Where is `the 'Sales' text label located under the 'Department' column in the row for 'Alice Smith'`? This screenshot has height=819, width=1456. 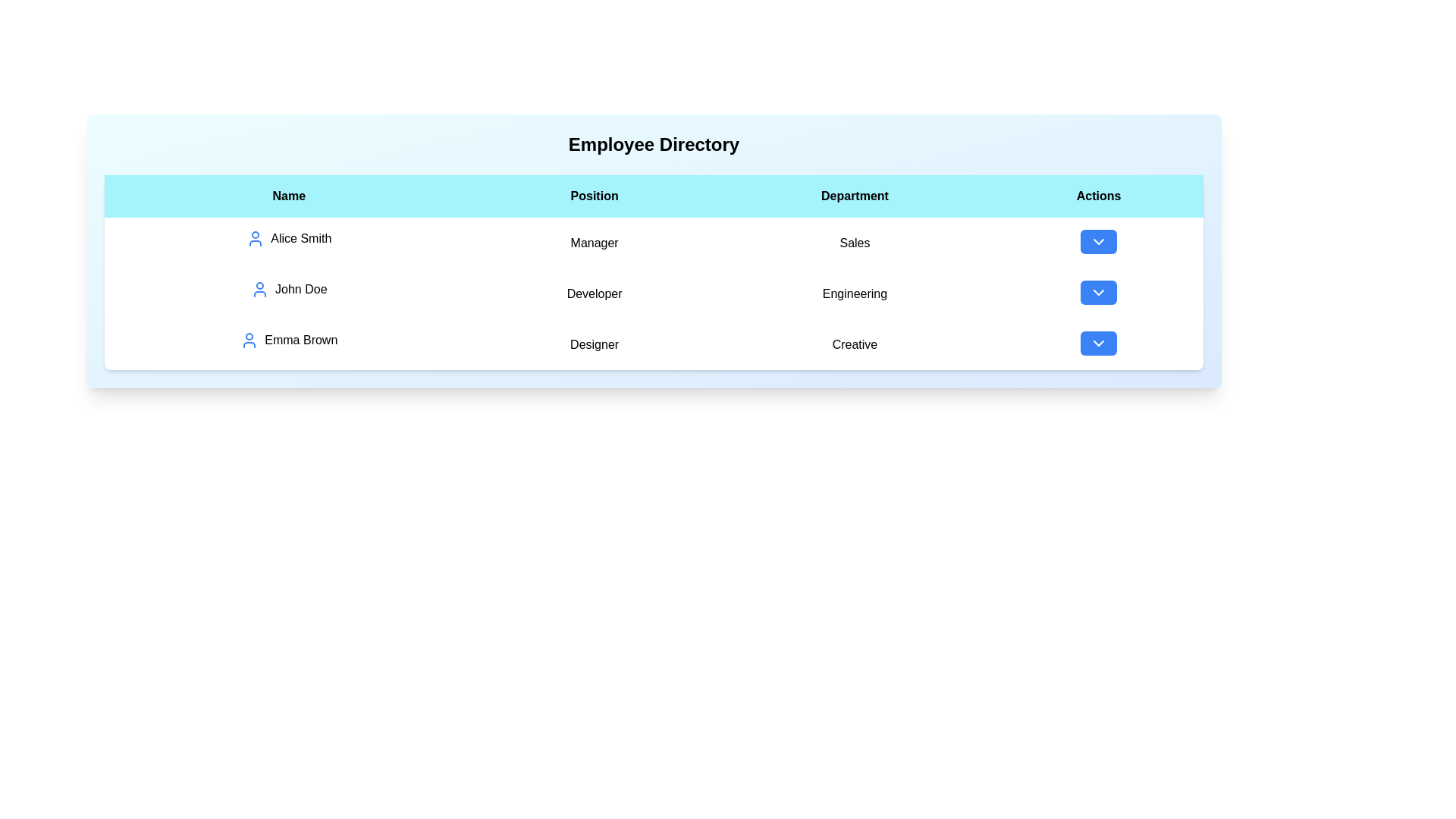
the 'Sales' text label located under the 'Department' column in the row for 'Alice Smith' is located at coordinates (855, 242).